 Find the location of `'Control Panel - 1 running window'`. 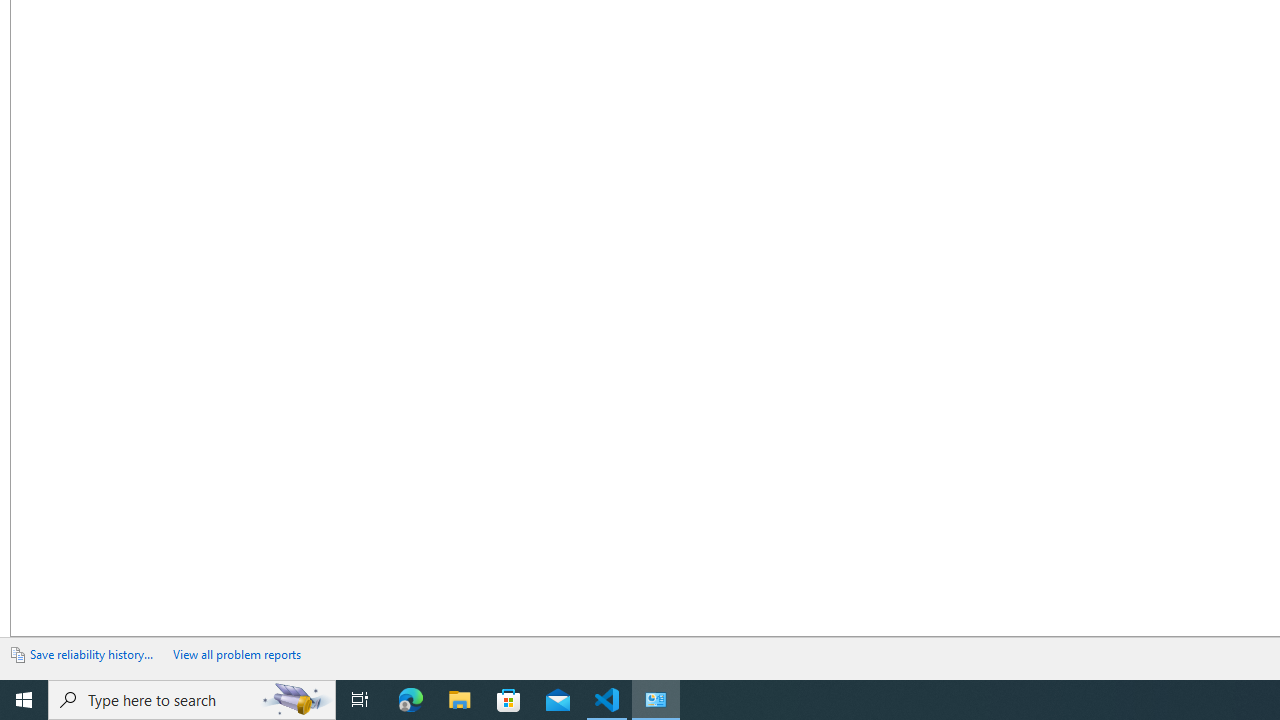

'Control Panel - 1 running window' is located at coordinates (656, 698).